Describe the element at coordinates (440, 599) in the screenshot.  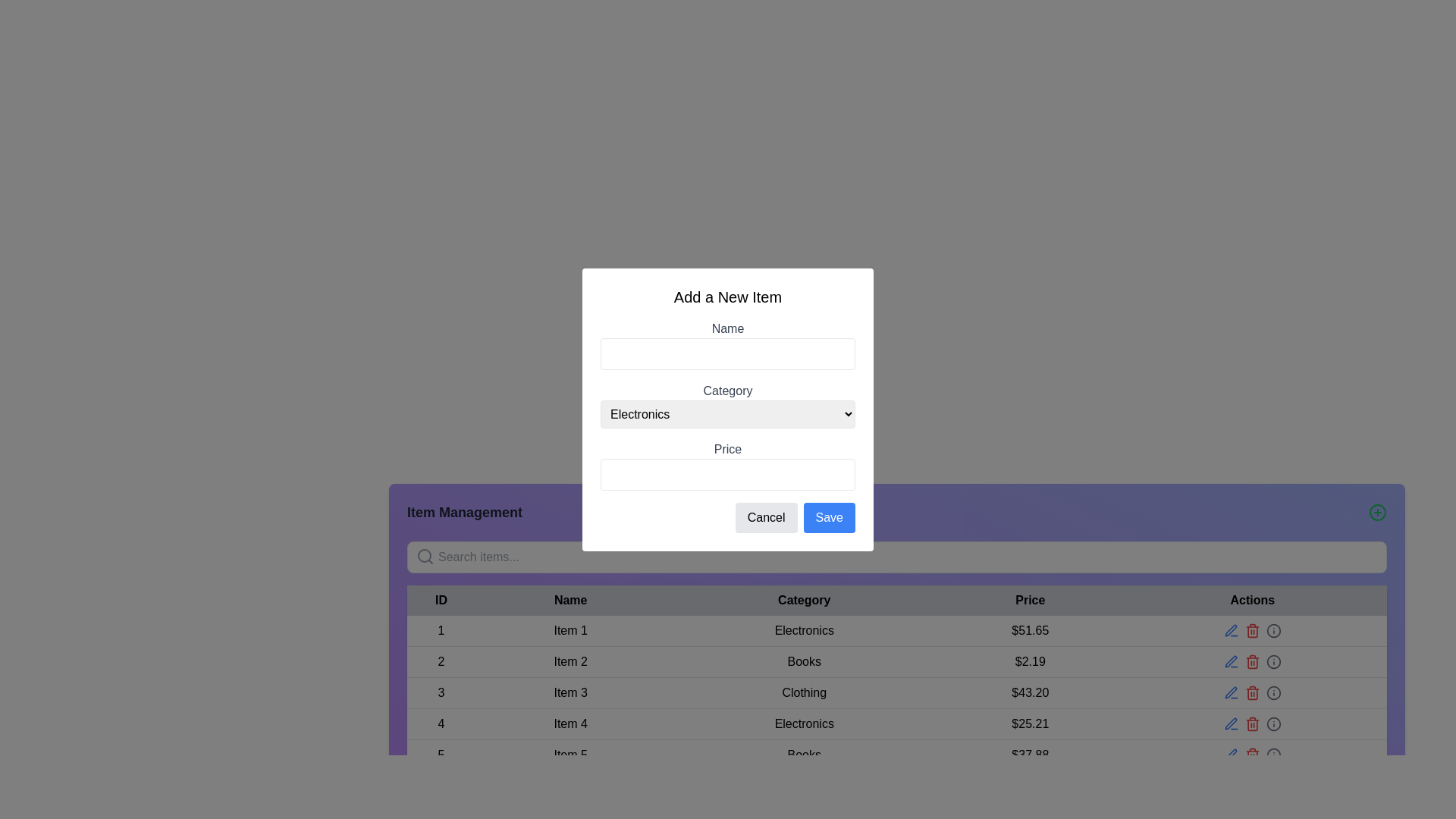
I see `the text label displaying 'ID' in bold black font, which is the first header cell in the table` at that location.